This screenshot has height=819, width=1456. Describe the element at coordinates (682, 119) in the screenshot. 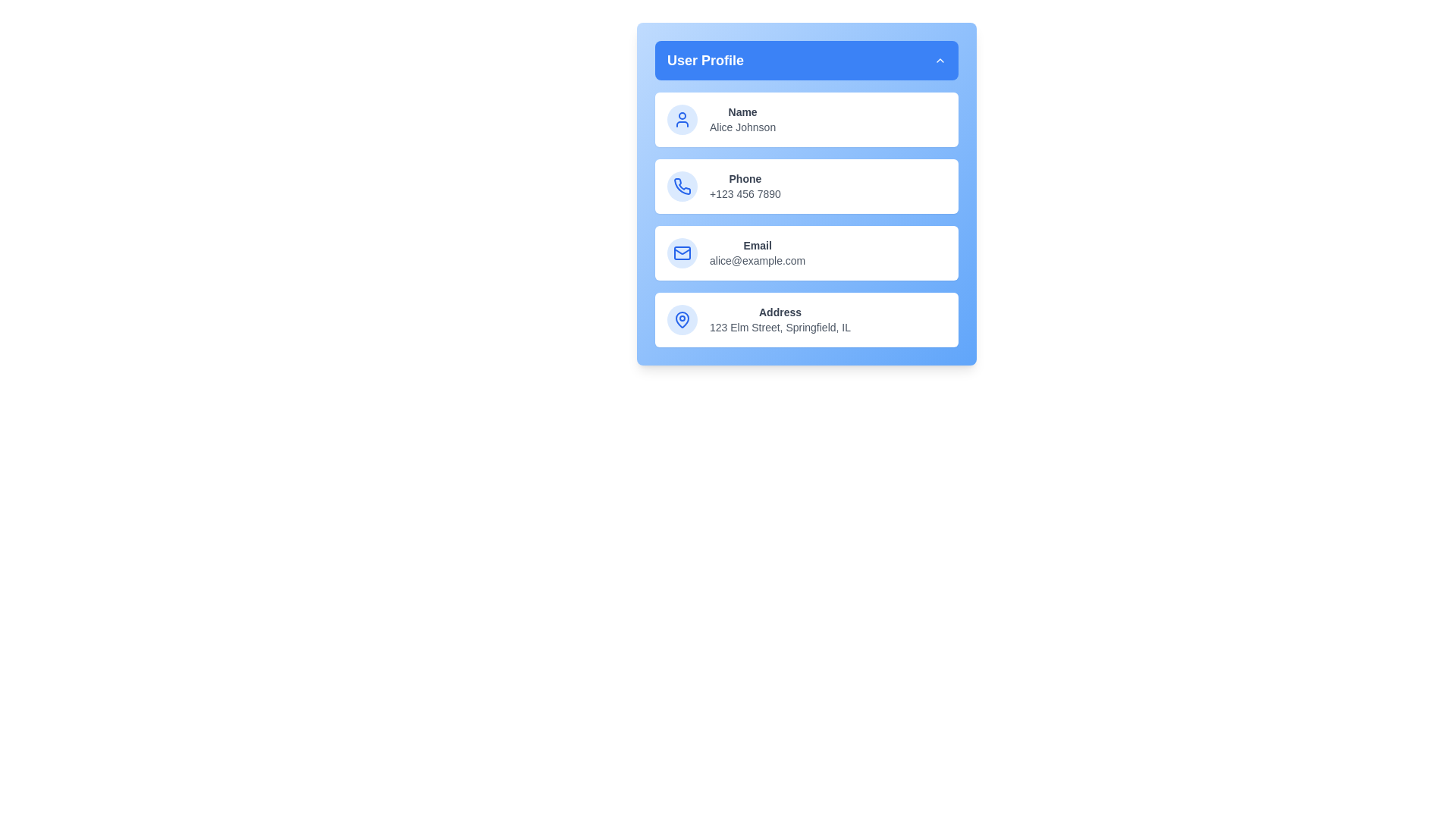

I see `the user profile icon located in the top-left area of the card containing personal information, situated immediately left of the text 'Name' and 'Alice Johnson'` at that location.